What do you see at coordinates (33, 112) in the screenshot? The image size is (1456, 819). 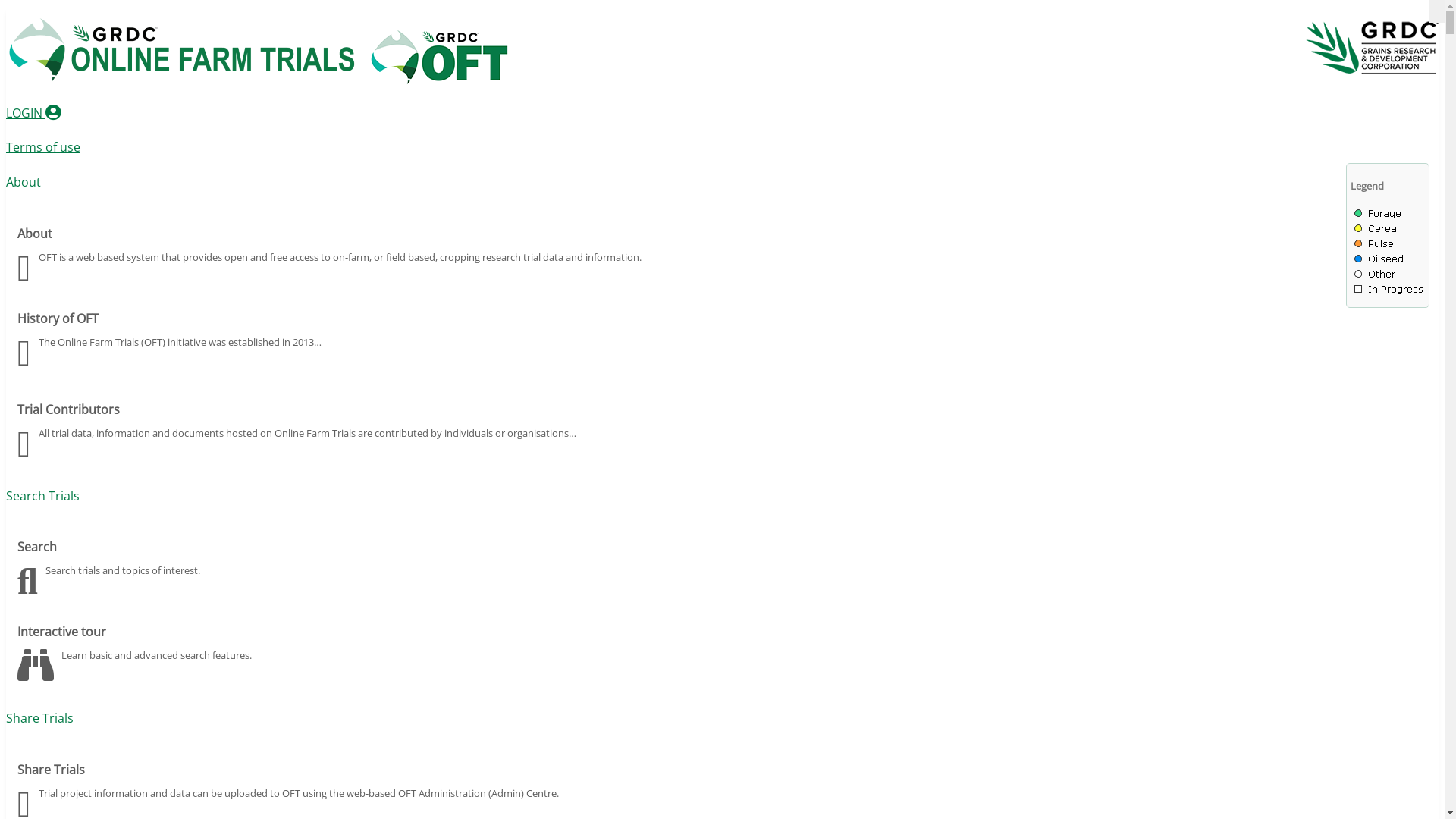 I see `'LOGIN'` at bounding box center [33, 112].